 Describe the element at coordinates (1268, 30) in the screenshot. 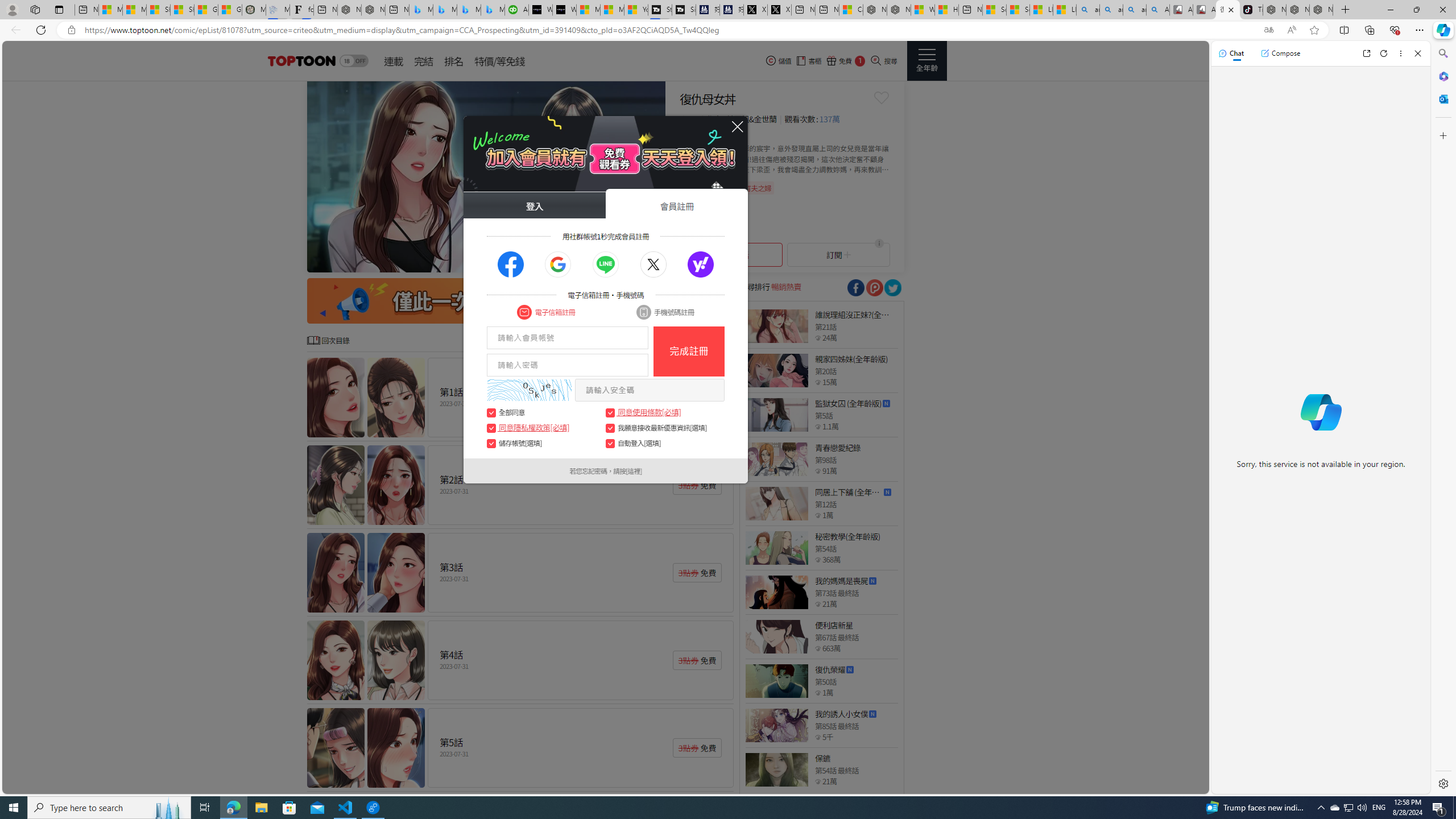

I see `'Show translate options'` at that location.